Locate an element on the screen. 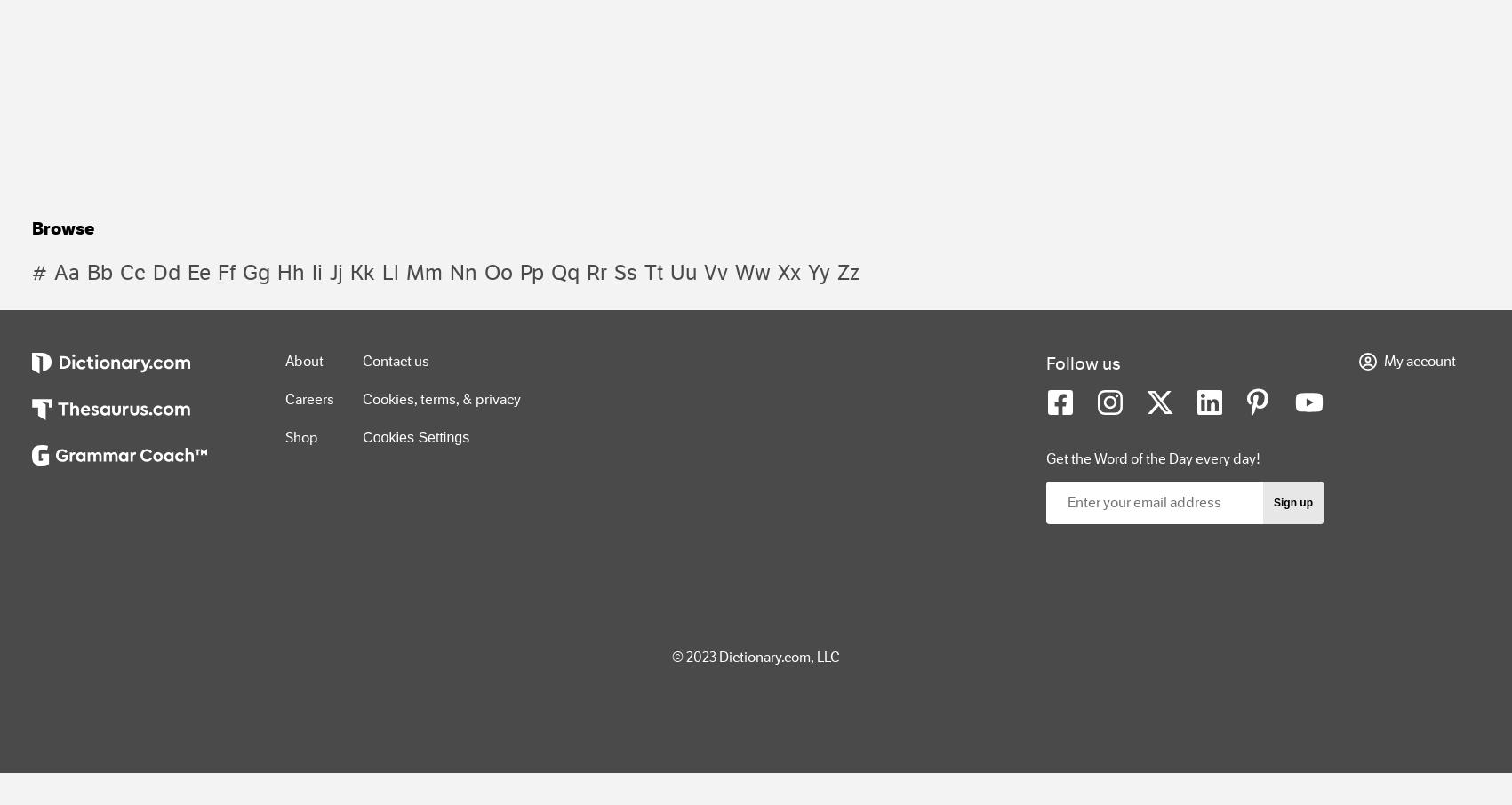  'Careers' is located at coordinates (309, 398).